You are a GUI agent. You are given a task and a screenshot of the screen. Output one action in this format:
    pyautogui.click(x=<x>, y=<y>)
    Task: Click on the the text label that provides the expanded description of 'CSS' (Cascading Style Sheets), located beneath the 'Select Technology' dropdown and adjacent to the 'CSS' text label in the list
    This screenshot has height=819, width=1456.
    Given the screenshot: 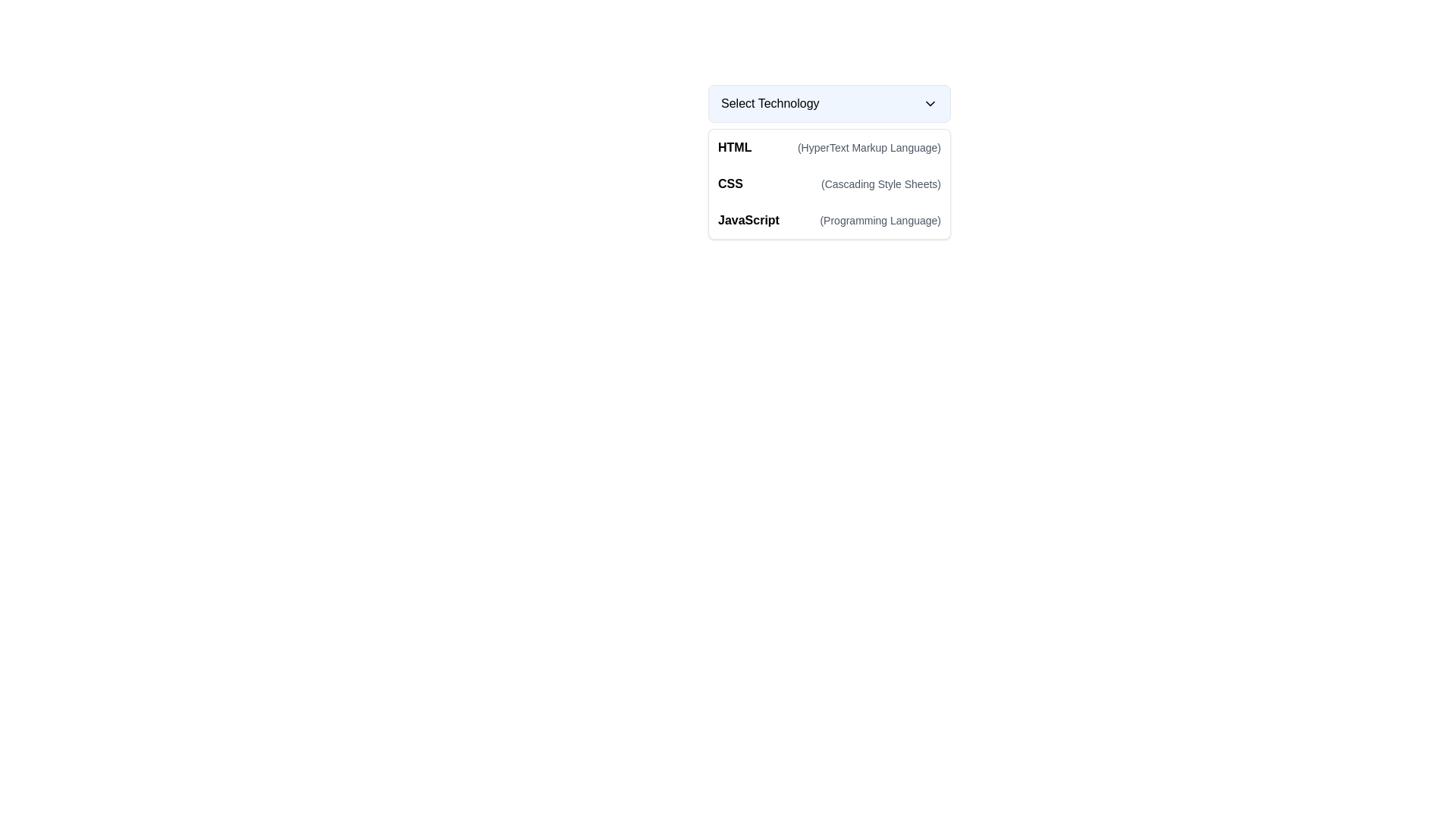 What is the action you would take?
    pyautogui.click(x=880, y=184)
    